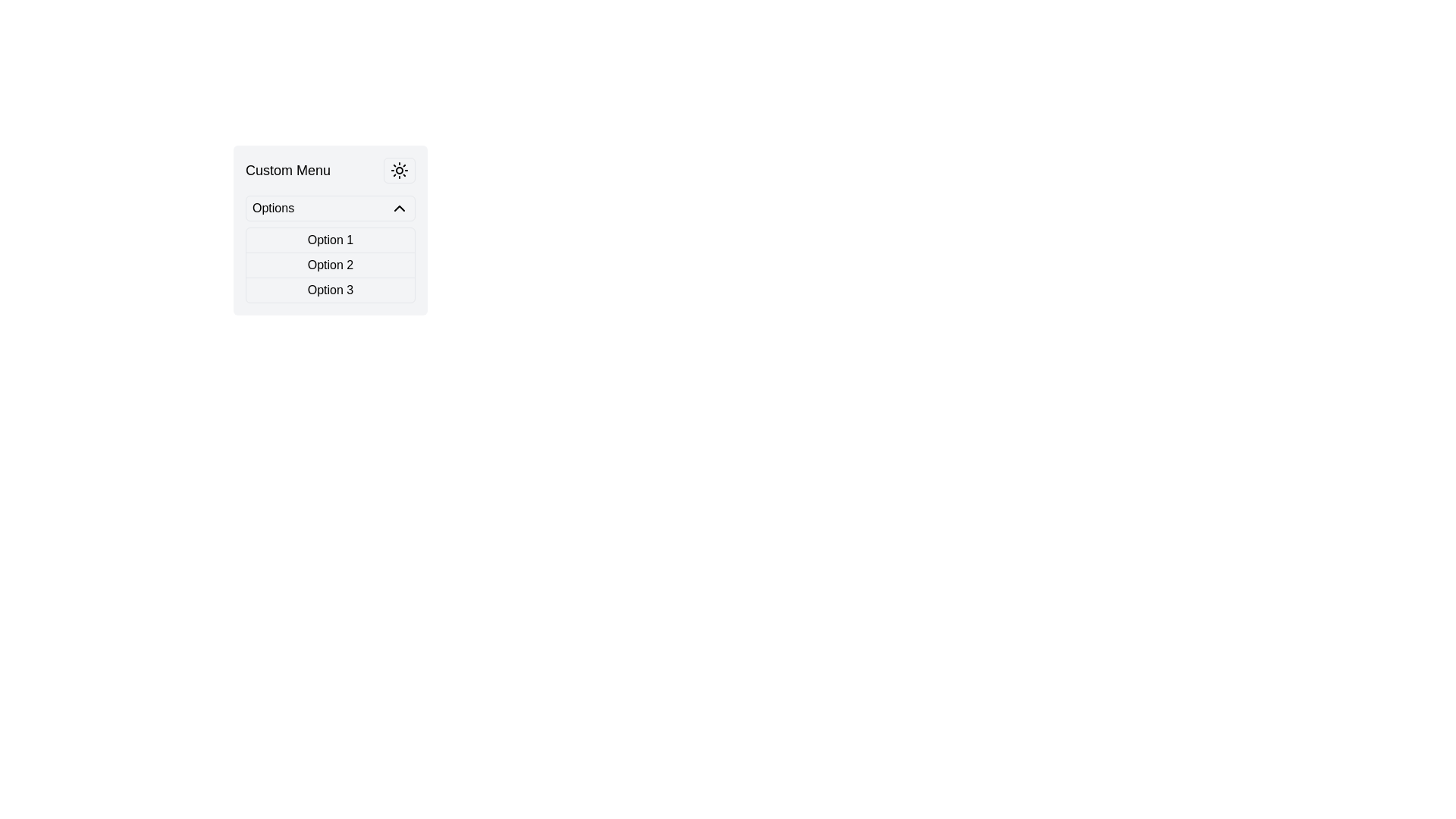 The width and height of the screenshot is (1456, 819). I want to click on the small, rounded rectangular button with a sun icon in the top-right corner of the 'Custom Menu' section, so click(400, 170).